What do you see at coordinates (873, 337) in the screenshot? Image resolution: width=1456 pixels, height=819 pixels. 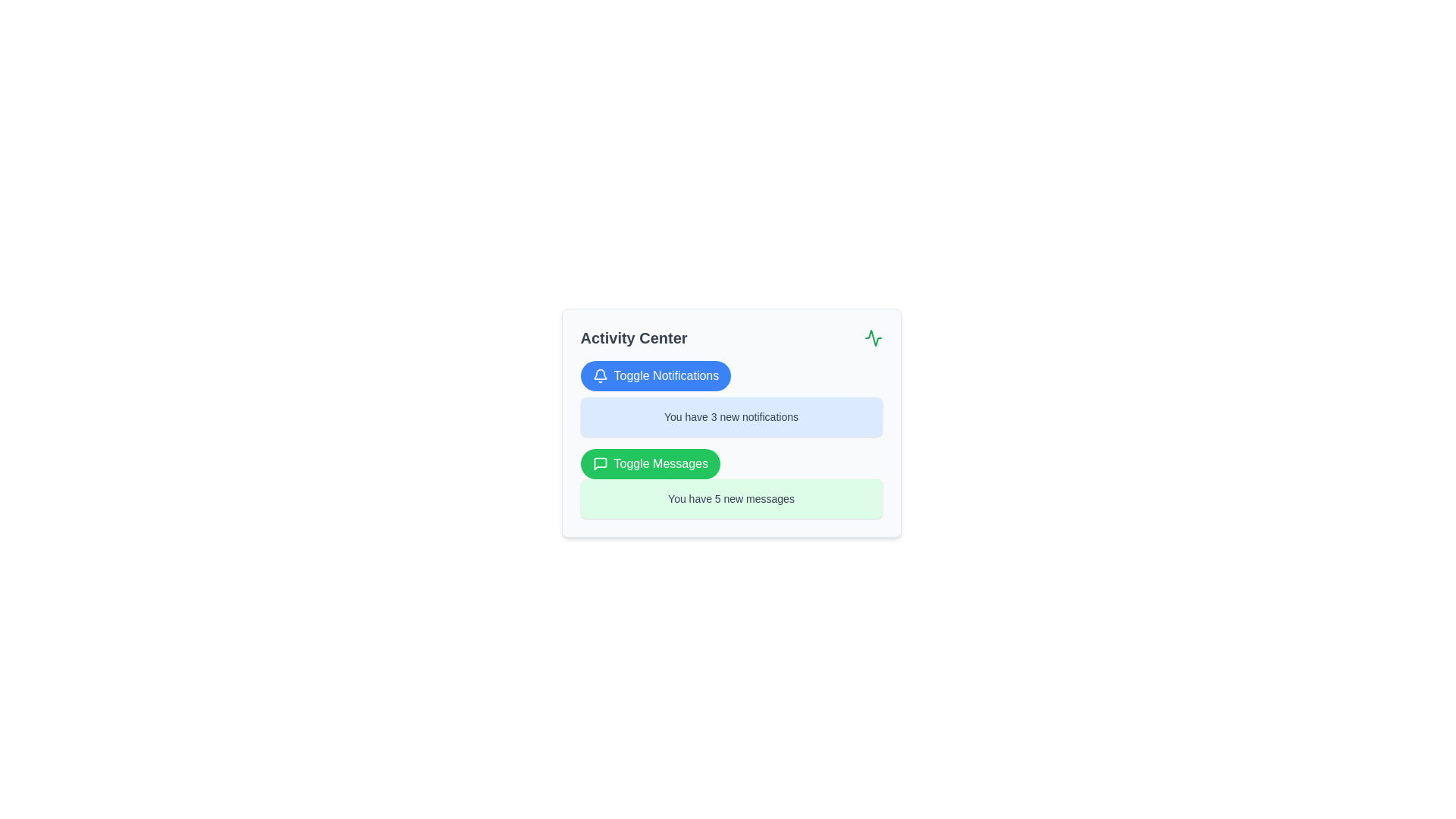 I see `the activity status icon located in the top right corner of the Activity Center card` at bounding box center [873, 337].